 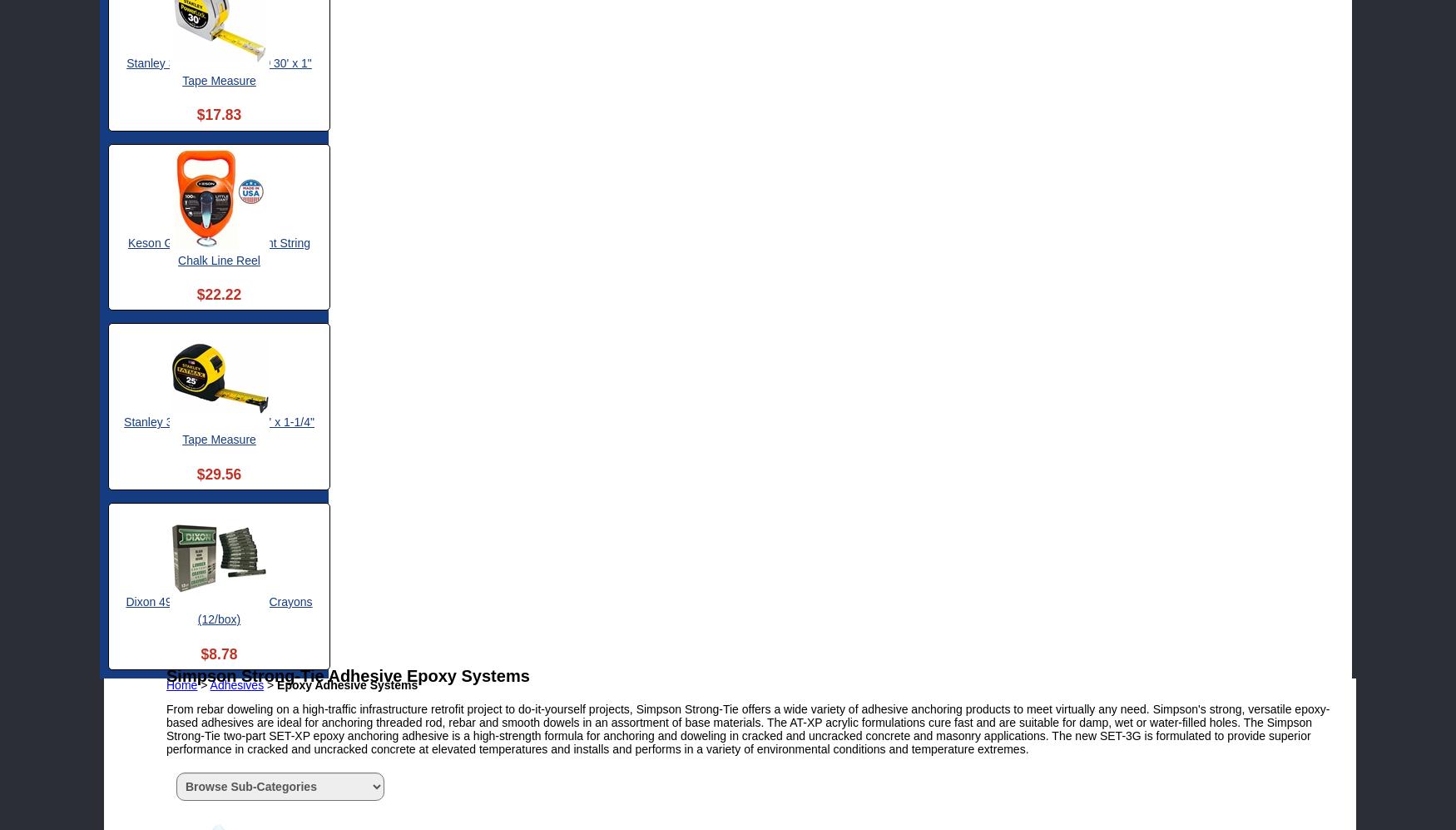 What do you see at coordinates (218, 430) in the screenshot?
I see `'Stanley 33-725 FatMax® 25' x 1-1/4" Tape Measure'` at bounding box center [218, 430].